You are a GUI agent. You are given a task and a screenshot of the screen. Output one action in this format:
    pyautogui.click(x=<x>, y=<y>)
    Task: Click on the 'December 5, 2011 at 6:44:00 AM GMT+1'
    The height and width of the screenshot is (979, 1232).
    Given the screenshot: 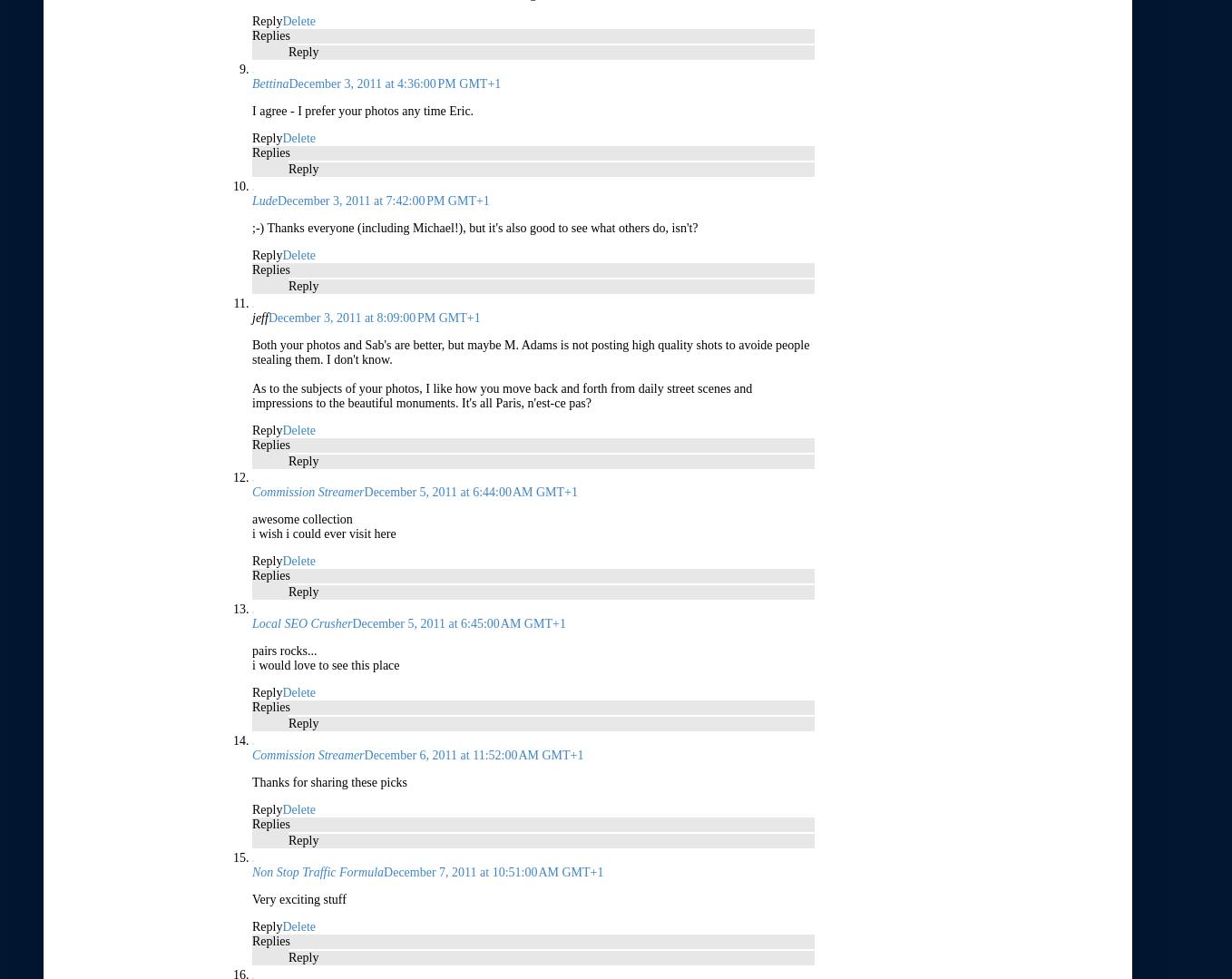 What is the action you would take?
    pyautogui.click(x=469, y=491)
    